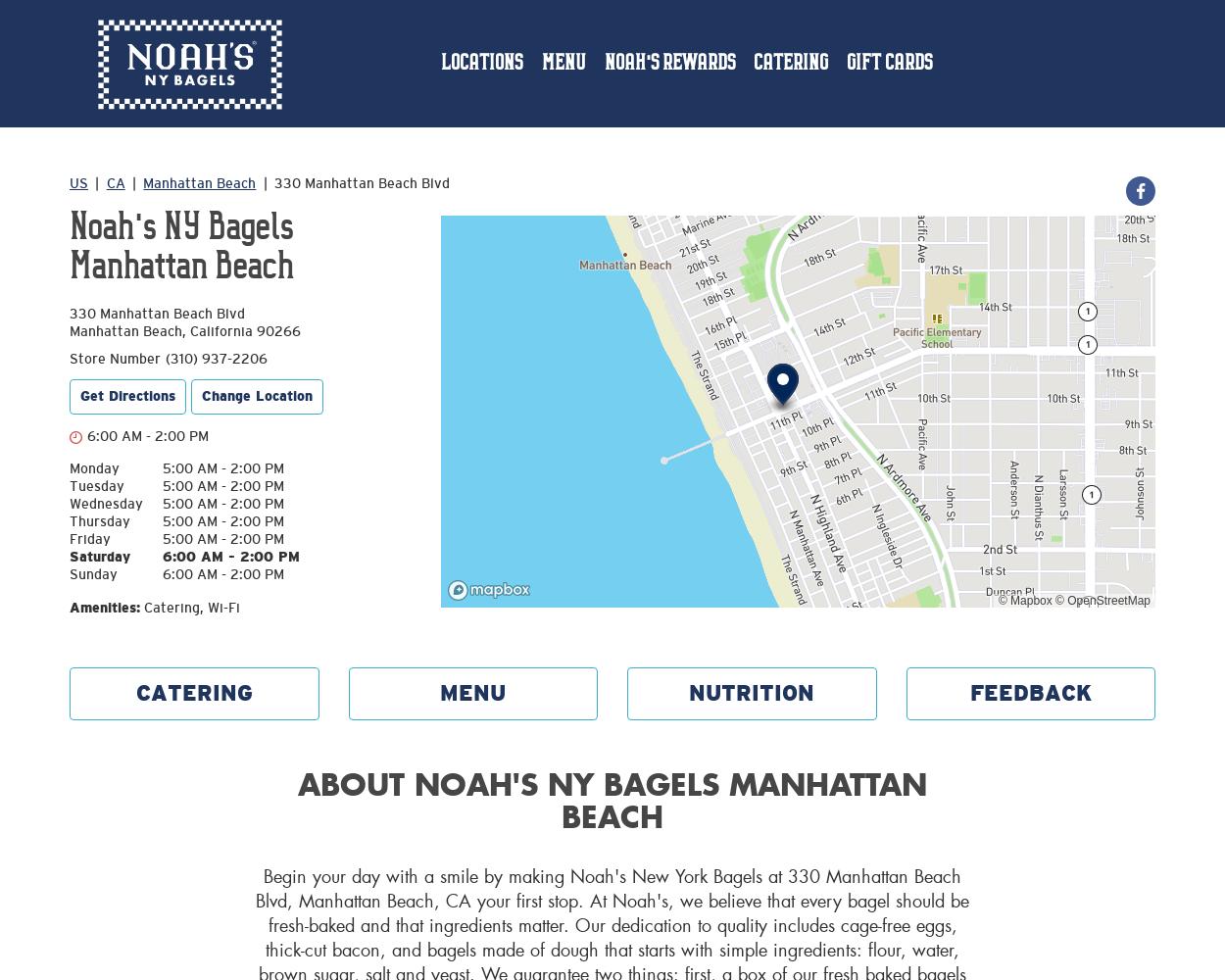 This screenshot has width=1225, height=980. What do you see at coordinates (104, 607) in the screenshot?
I see `'Amenities:'` at bounding box center [104, 607].